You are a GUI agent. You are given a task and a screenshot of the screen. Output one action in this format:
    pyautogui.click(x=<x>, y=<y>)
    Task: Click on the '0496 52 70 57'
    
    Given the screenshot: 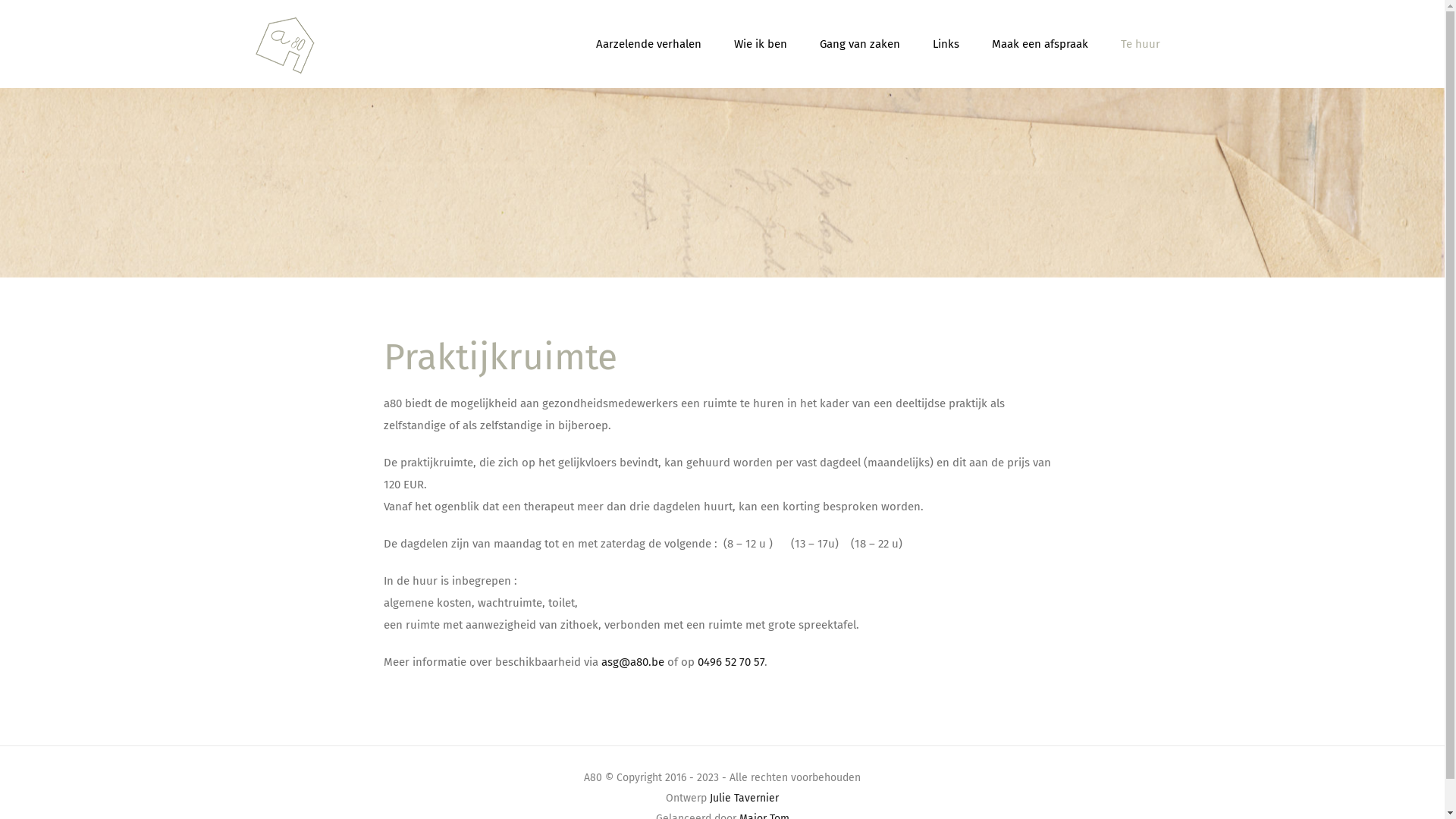 What is the action you would take?
    pyautogui.click(x=731, y=661)
    